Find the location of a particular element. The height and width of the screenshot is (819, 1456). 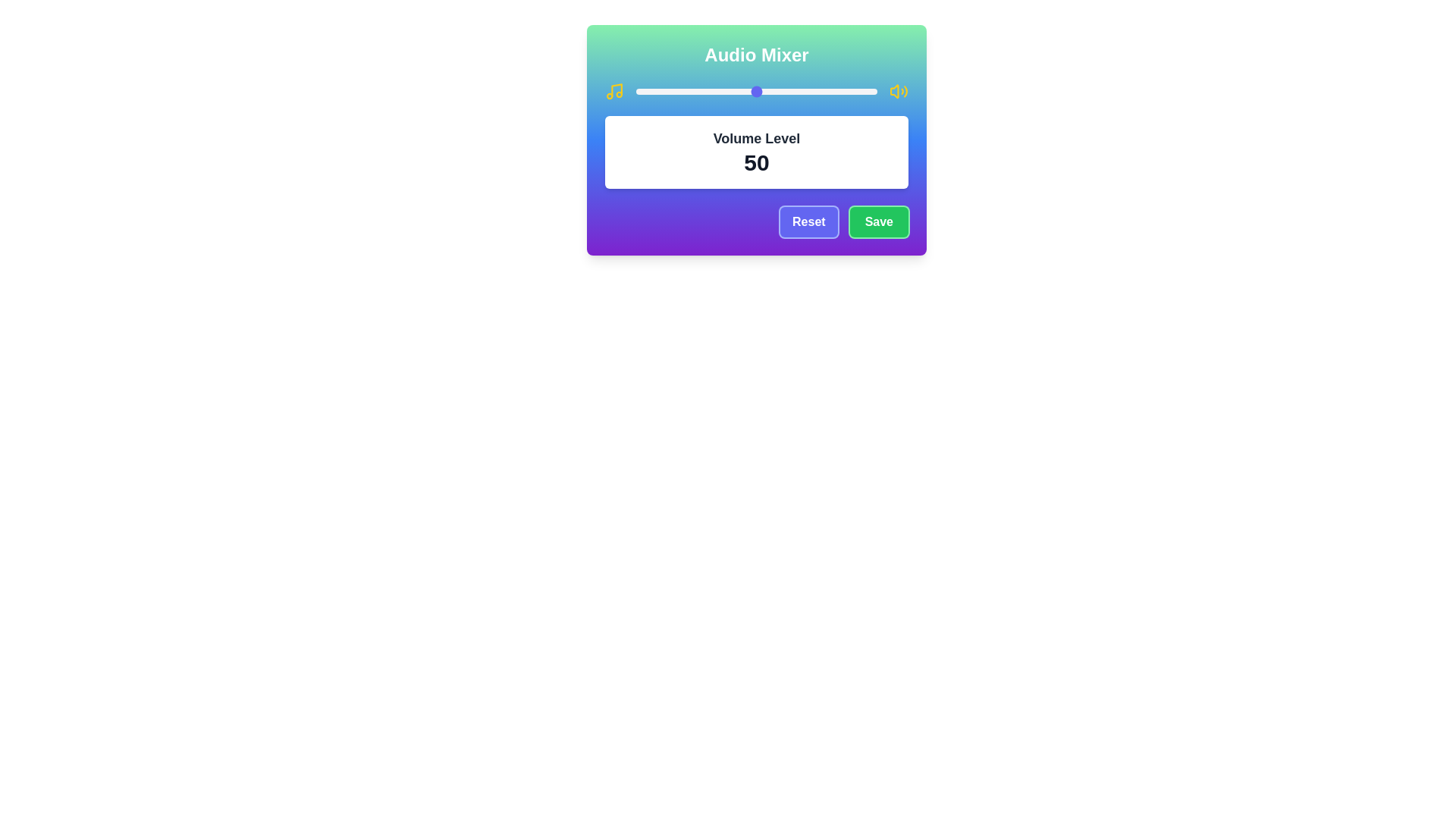

the slider is located at coordinates (730, 91).